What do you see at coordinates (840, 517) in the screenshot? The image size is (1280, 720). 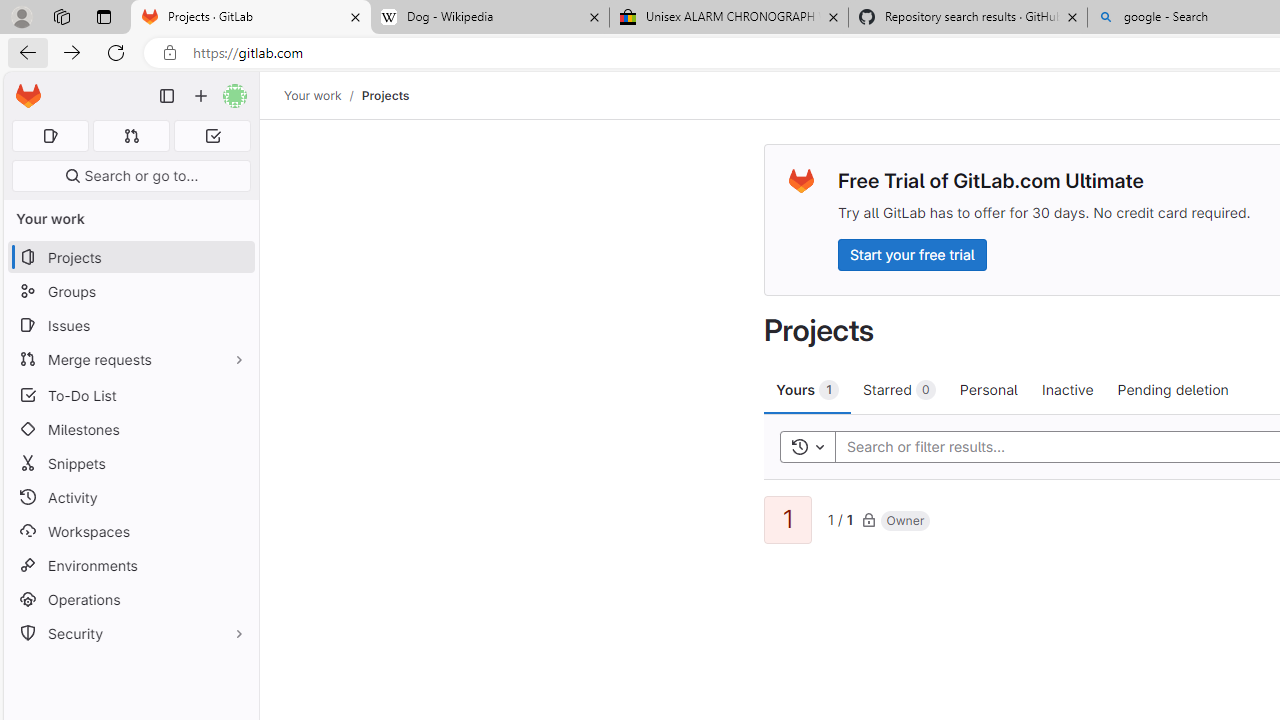 I see `'1 / 1'` at bounding box center [840, 517].